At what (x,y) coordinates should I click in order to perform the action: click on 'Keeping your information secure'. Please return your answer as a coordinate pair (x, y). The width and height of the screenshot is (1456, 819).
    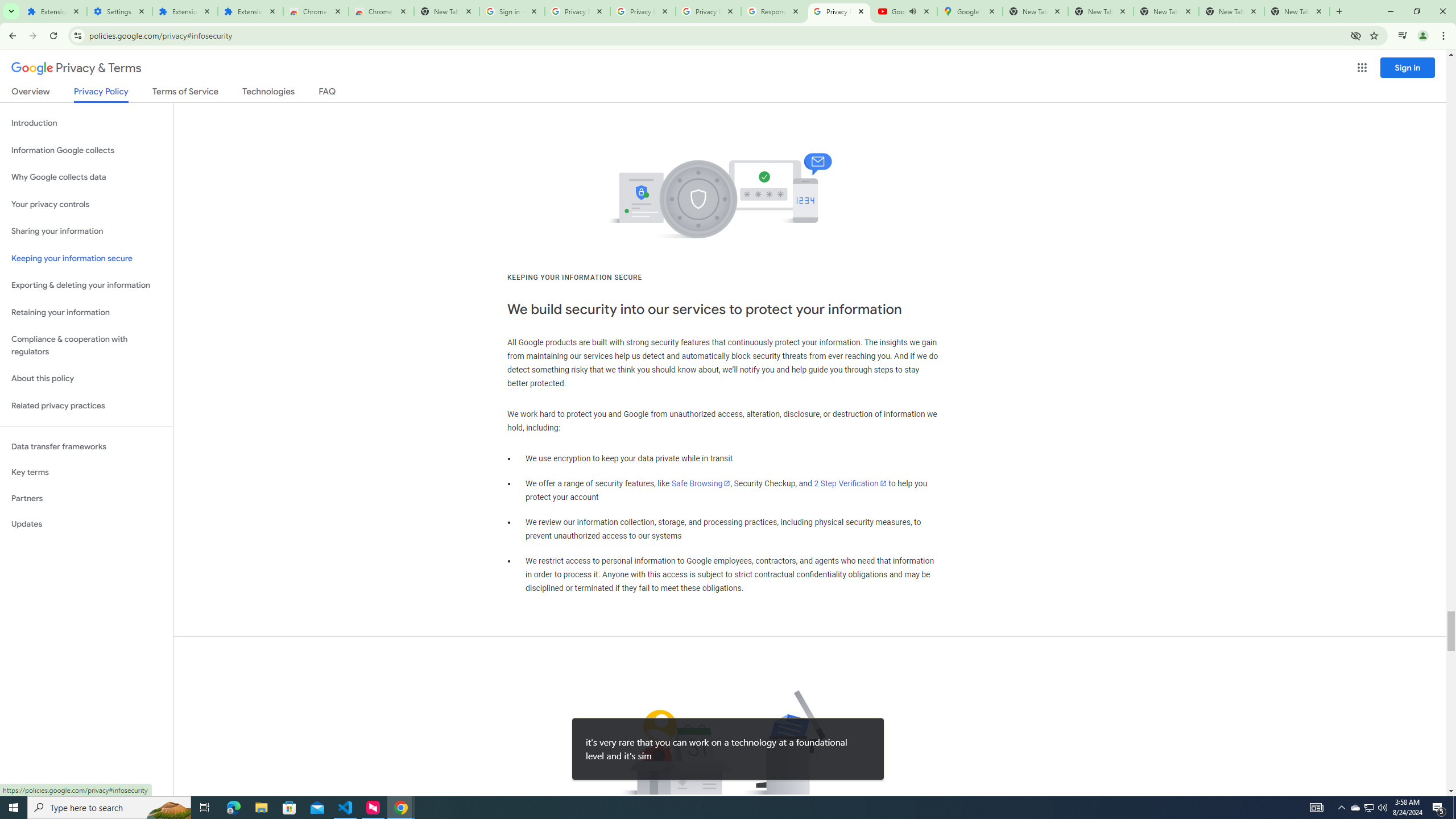
    Looking at the image, I should click on (86, 259).